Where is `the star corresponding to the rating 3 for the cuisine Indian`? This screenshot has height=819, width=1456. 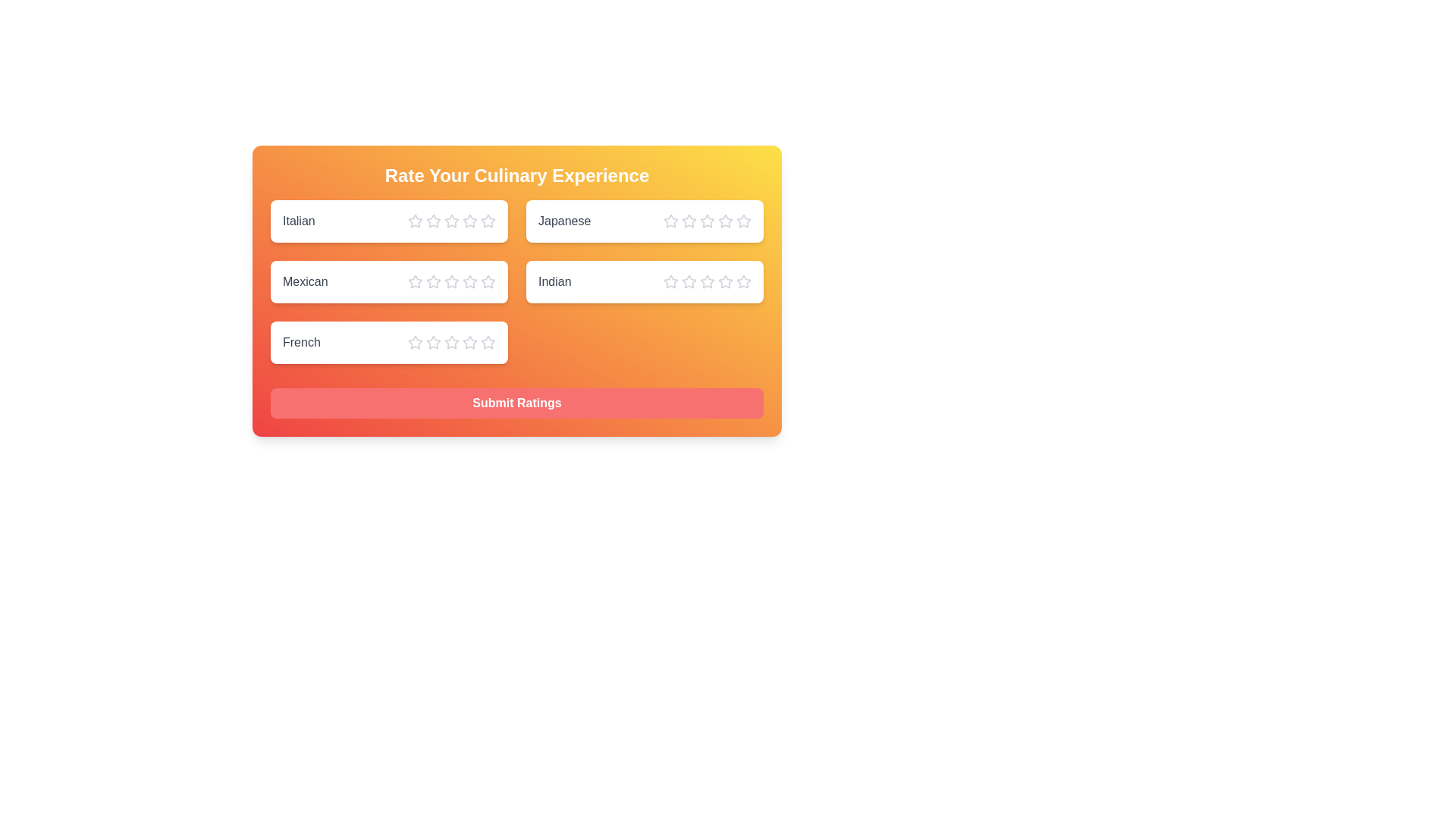 the star corresponding to the rating 3 for the cuisine Indian is located at coordinates (706, 281).